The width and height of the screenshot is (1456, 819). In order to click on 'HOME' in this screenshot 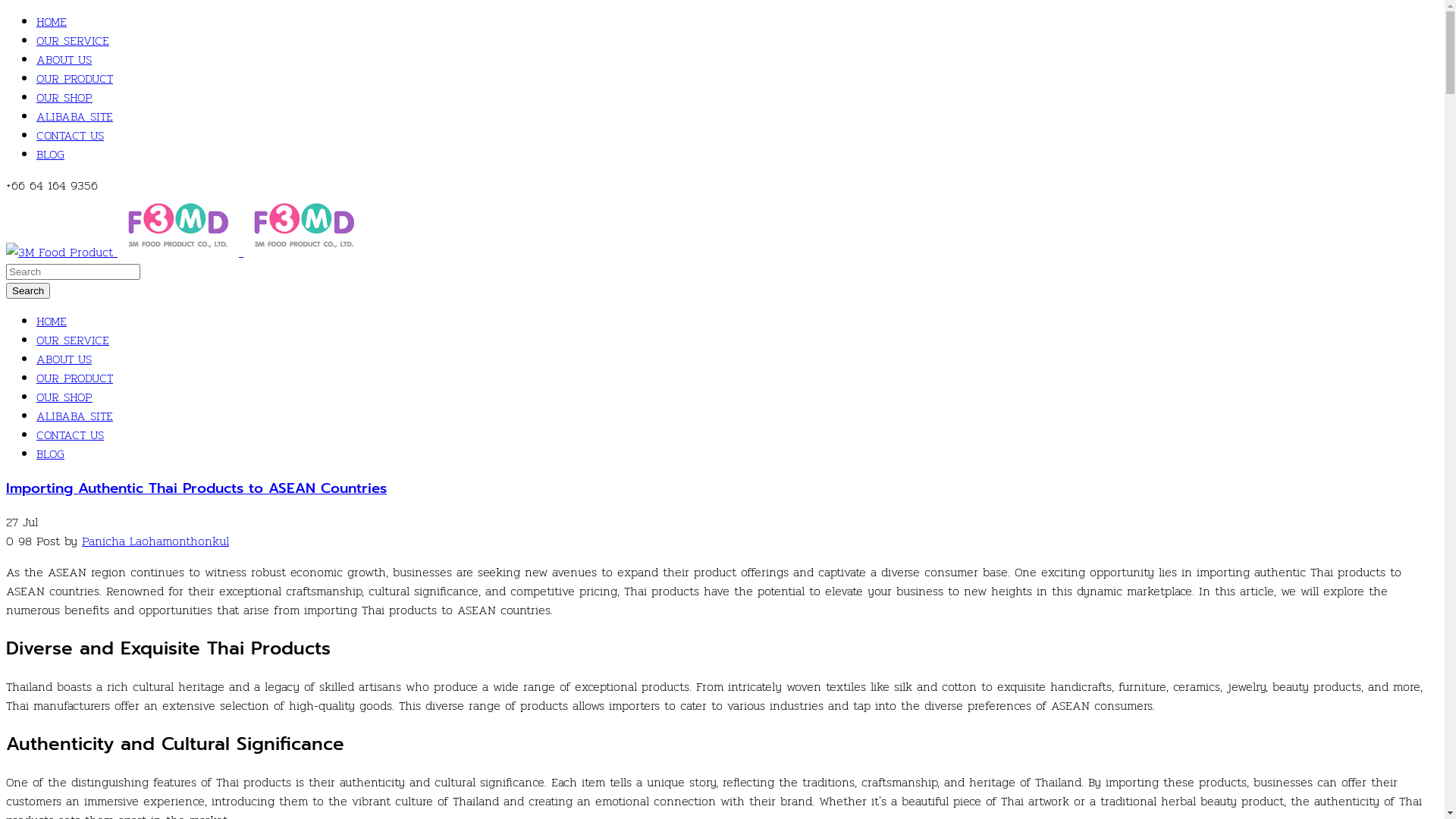, I will do `click(51, 21)`.